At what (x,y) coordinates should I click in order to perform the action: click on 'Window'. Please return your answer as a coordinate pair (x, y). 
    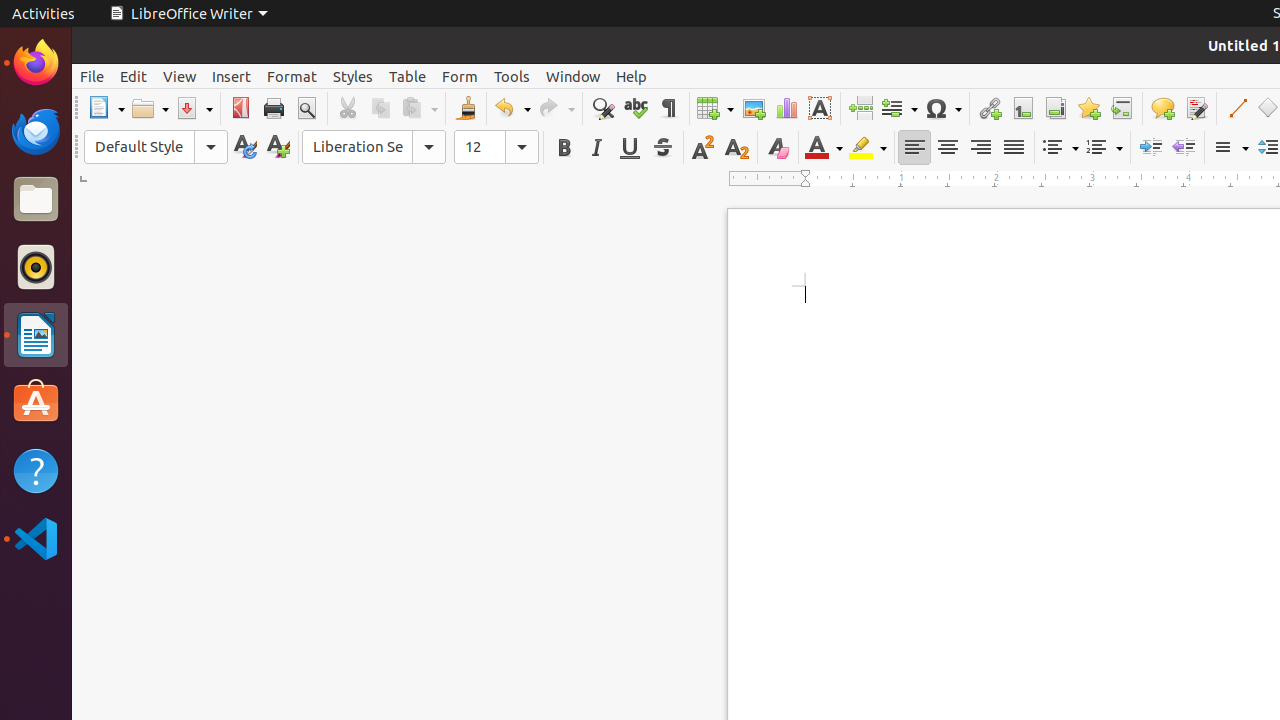
    Looking at the image, I should click on (572, 75).